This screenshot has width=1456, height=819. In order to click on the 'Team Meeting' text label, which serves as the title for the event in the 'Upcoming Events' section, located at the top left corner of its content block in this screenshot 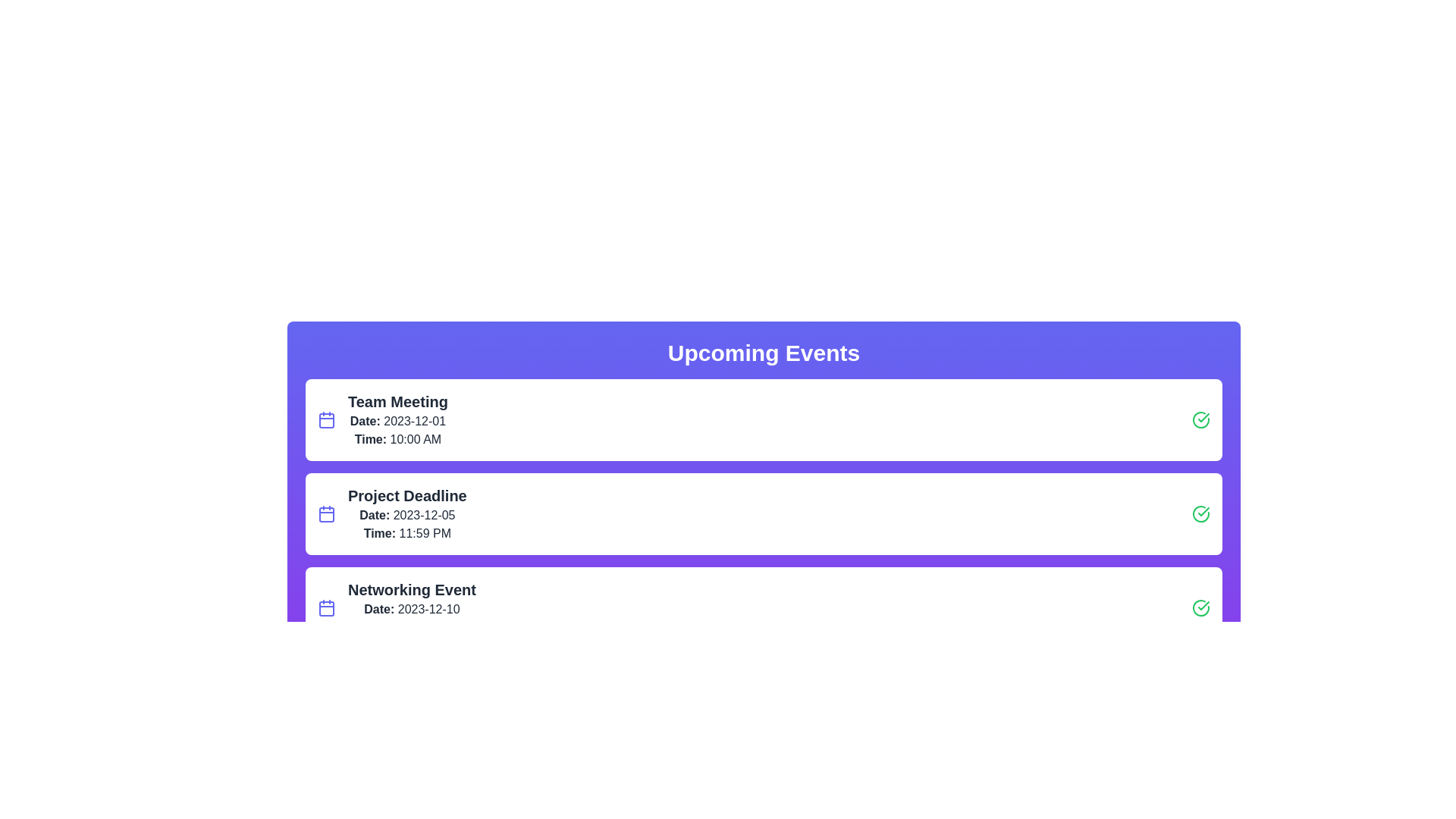, I will do `click(397, 400)`.